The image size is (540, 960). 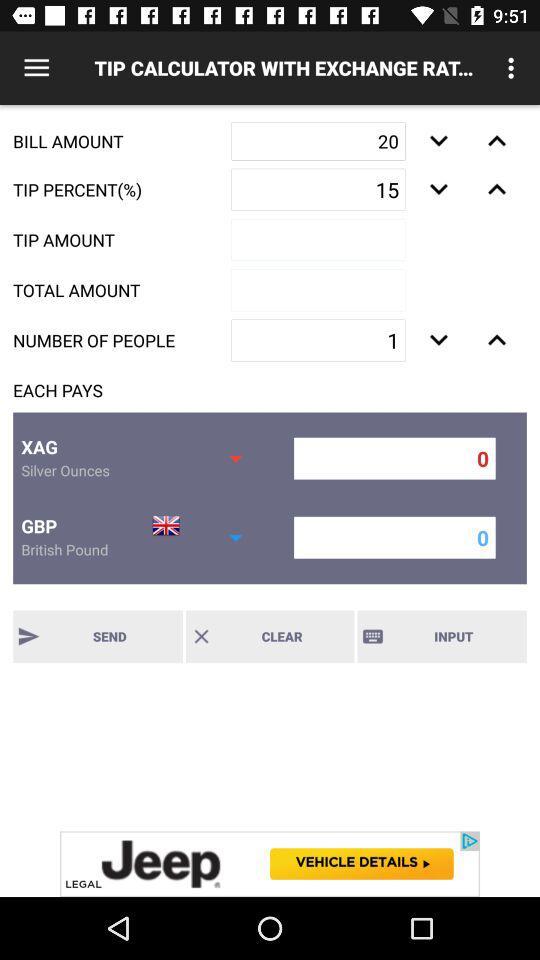 What do you see at coordinates (97, 635) in the screenshot?
I see `send button along with text send` at bounding box center [97, 635].